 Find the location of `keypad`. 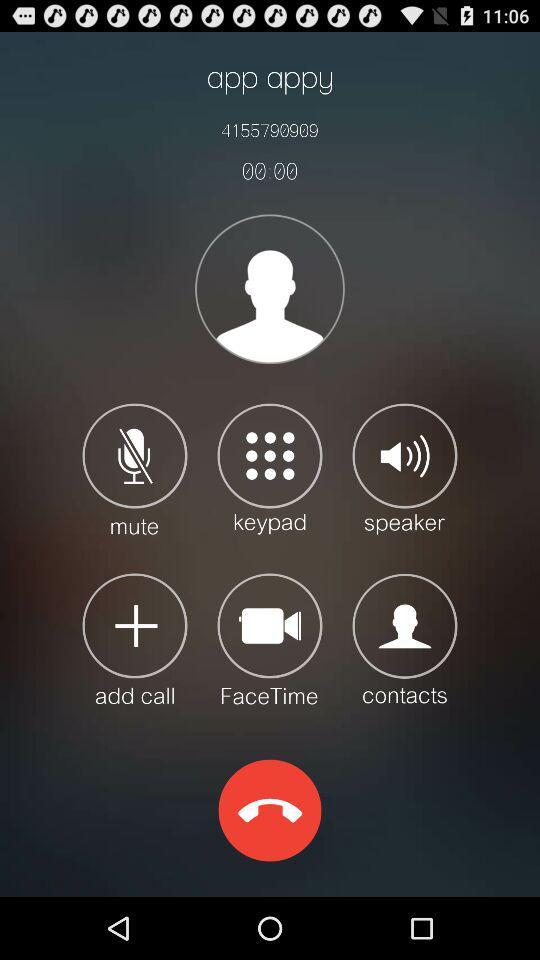

keypad is located at coordinates (270, 468).